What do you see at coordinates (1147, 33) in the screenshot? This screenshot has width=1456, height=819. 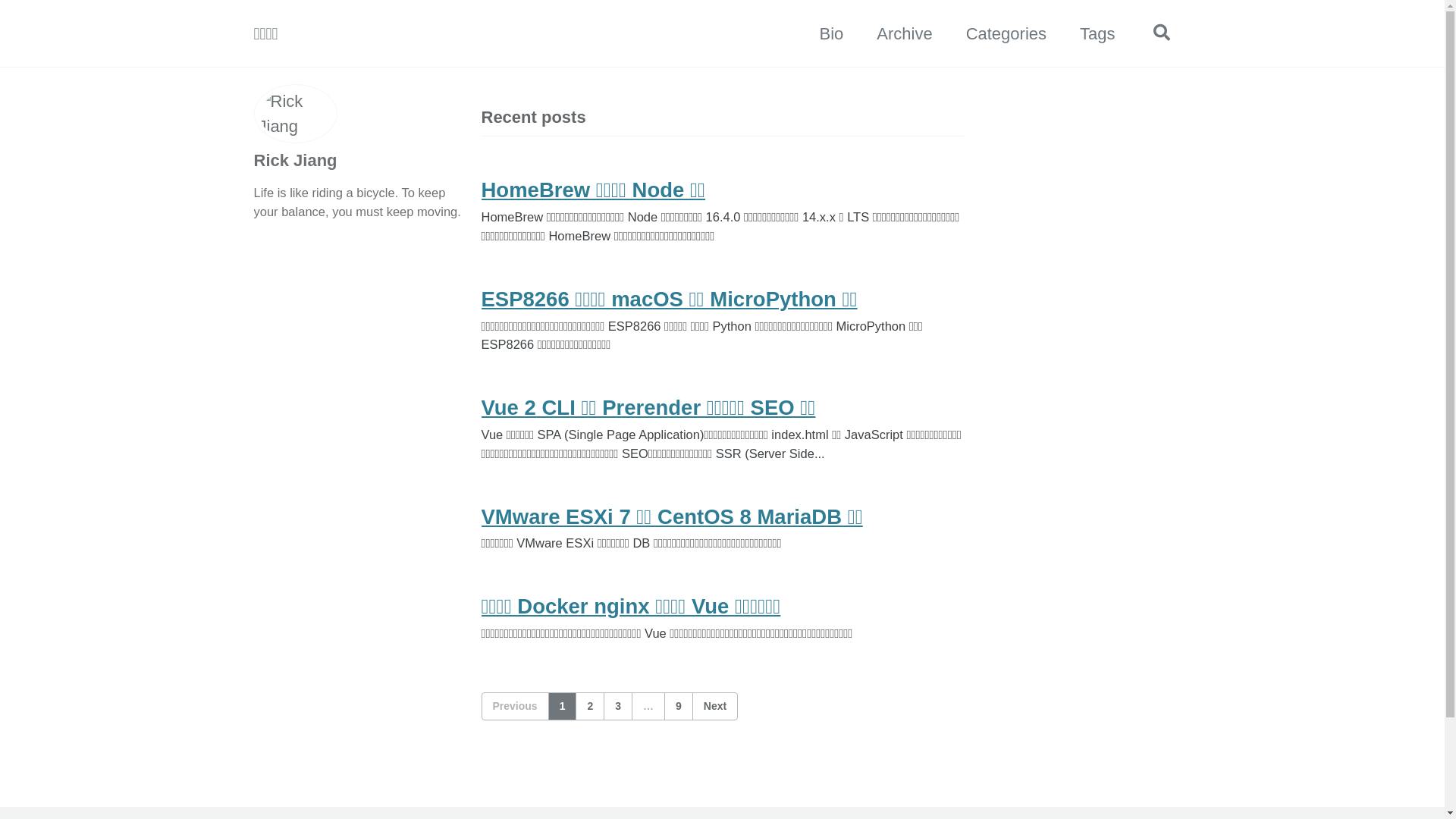 I see `'Toggle search'` at bounding box center [1147, 33].